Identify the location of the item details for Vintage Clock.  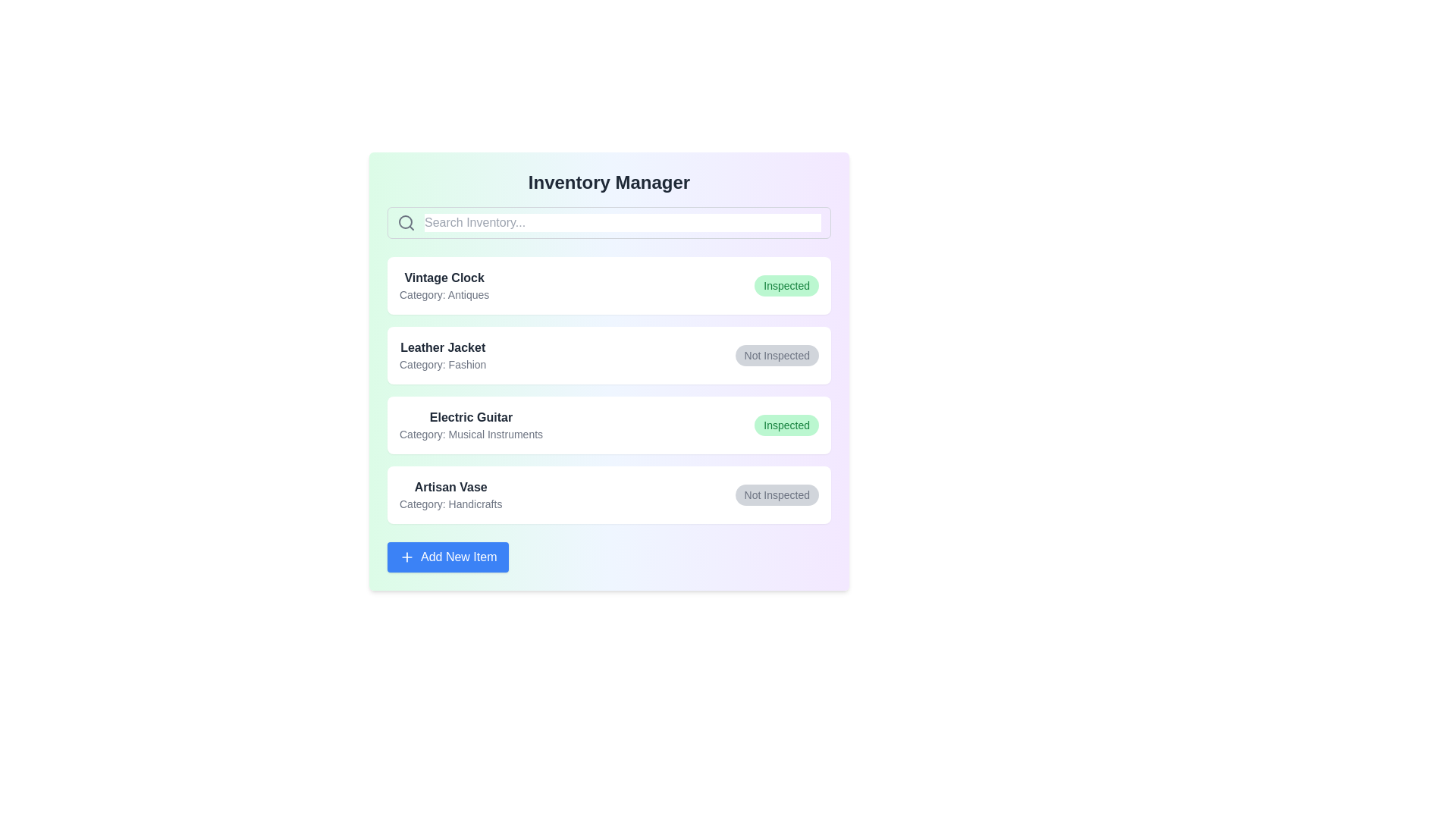
(609, 286).